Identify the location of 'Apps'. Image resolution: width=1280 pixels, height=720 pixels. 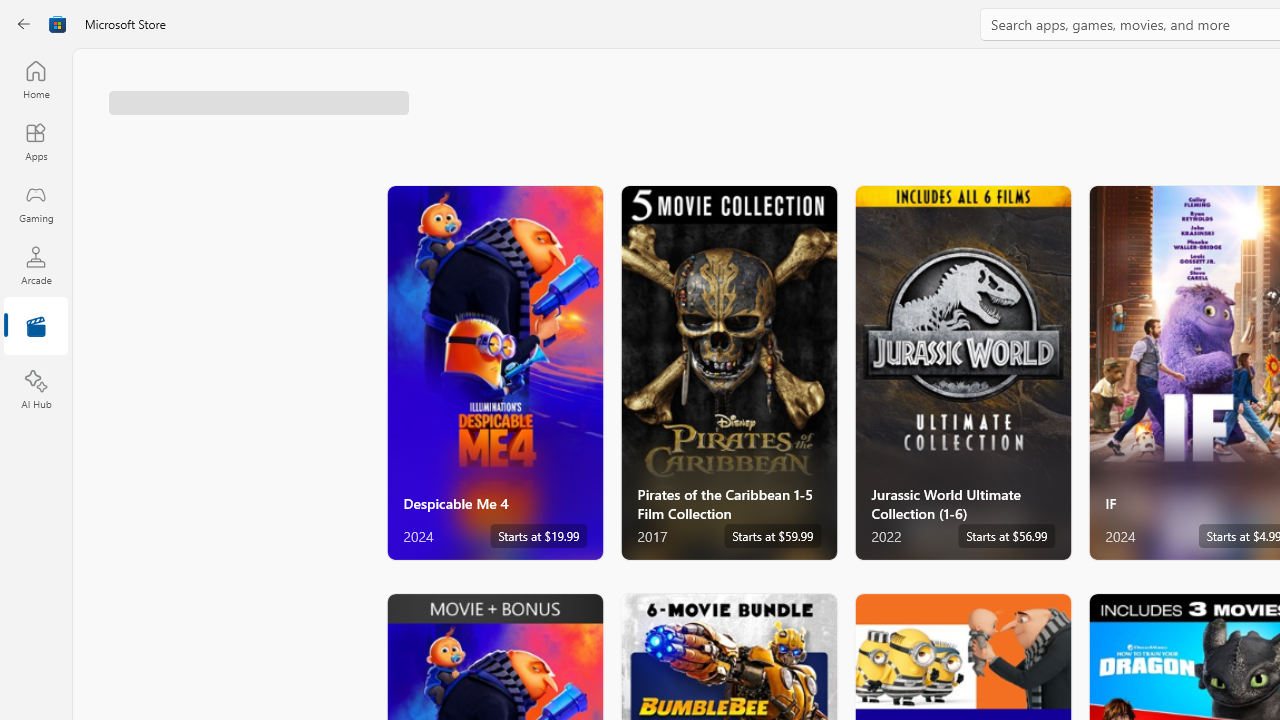
(35, 140).